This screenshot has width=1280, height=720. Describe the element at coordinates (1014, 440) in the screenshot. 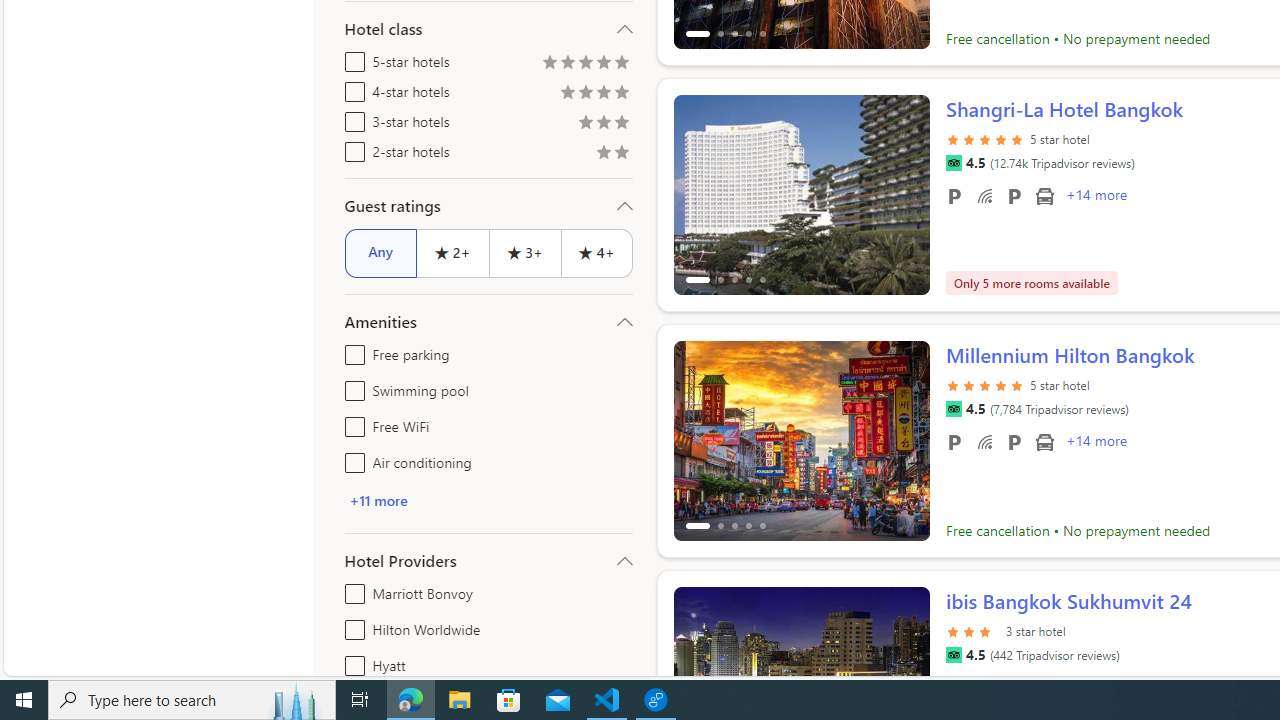

I see `'Valet parking'` at that location.